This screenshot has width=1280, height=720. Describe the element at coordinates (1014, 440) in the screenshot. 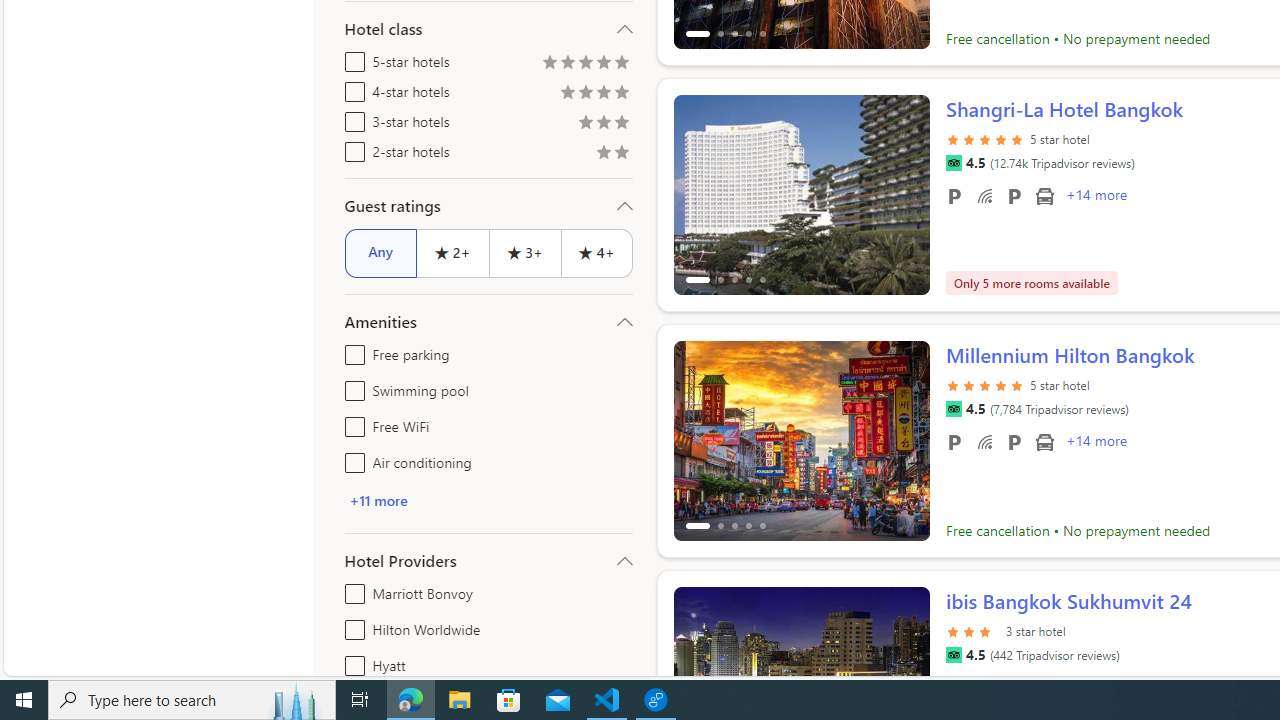

I see `'Valet parking'` at that location.